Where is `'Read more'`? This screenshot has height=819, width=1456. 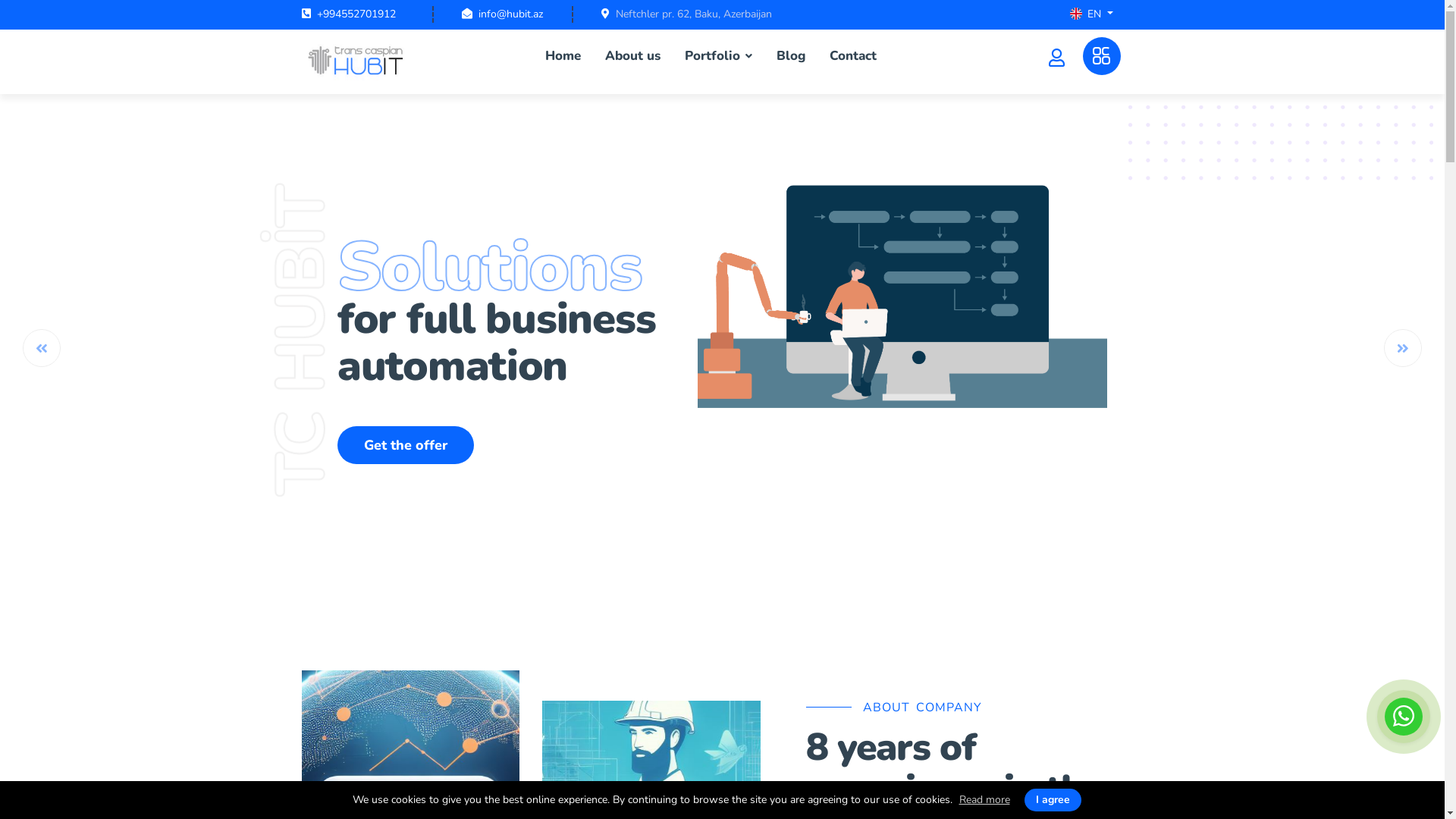 'Read more' is located at coordinates (984, 799).